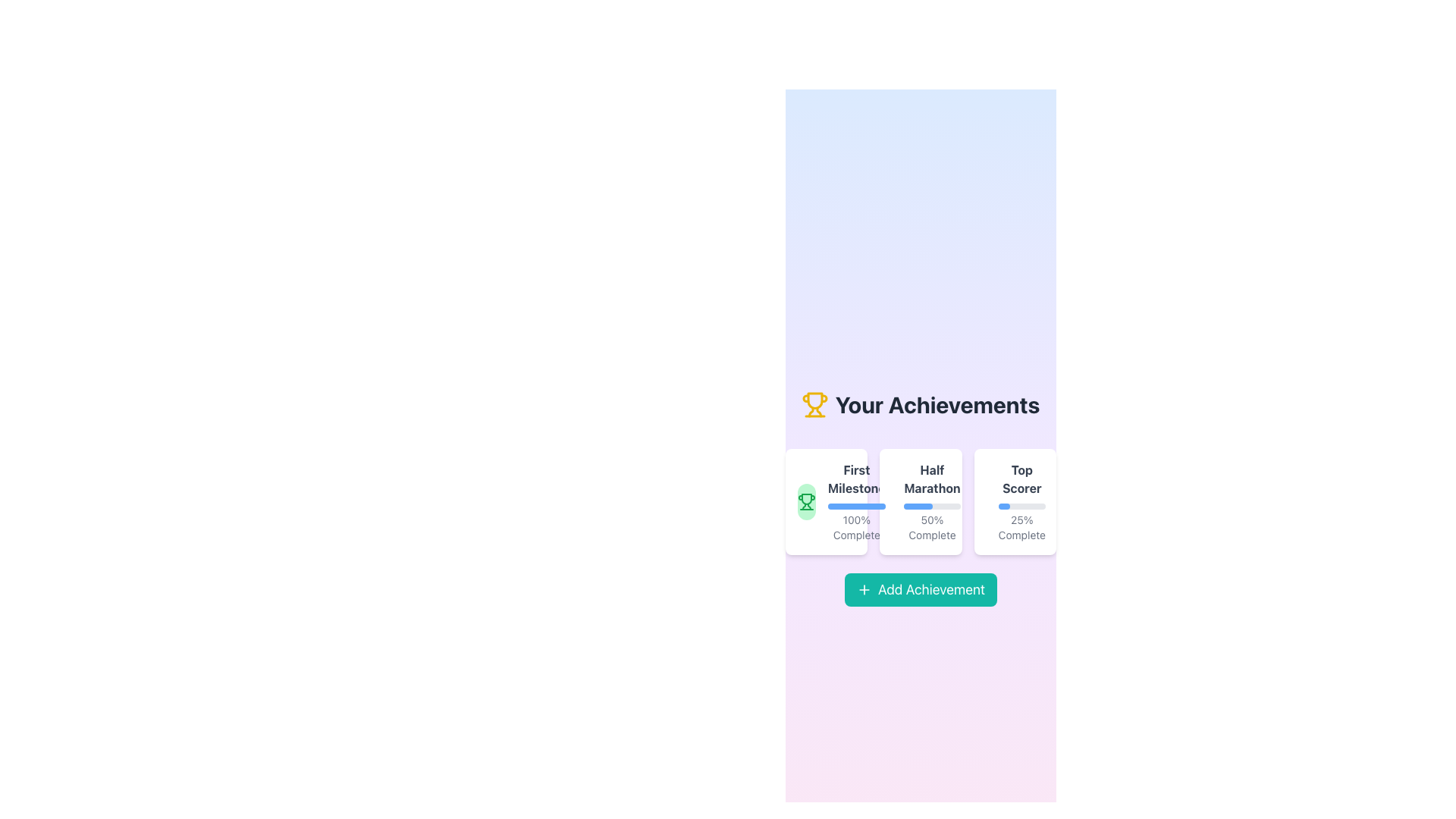  I want to click on the static text indicating the progress status for the 'Half Marathon', which is positioned beneath the blue progress bar and centered within the 'Half Marathon' card, so click(931, 526).